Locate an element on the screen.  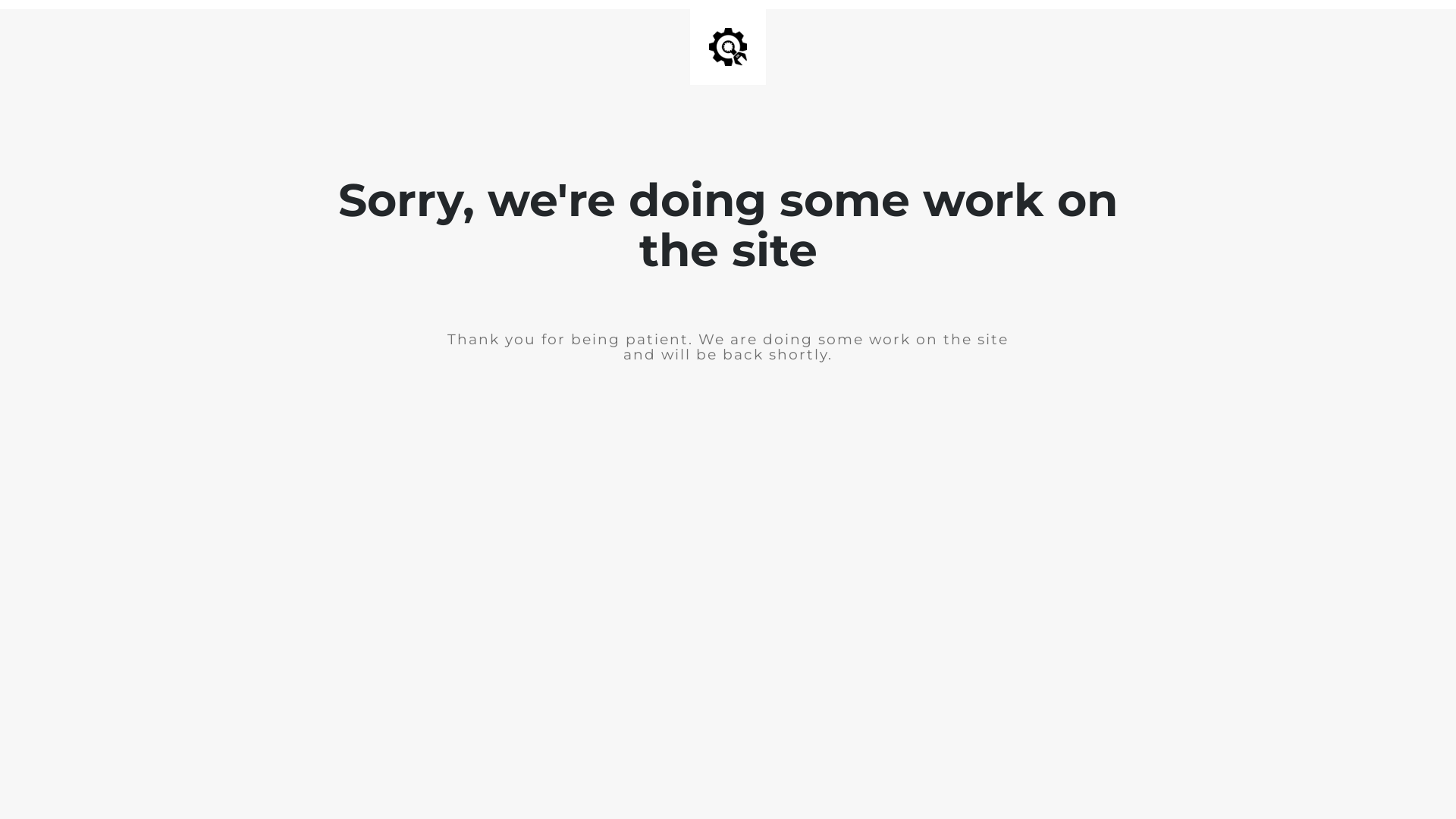
'Site is Under Construction' is located at coordinates (728, 45).